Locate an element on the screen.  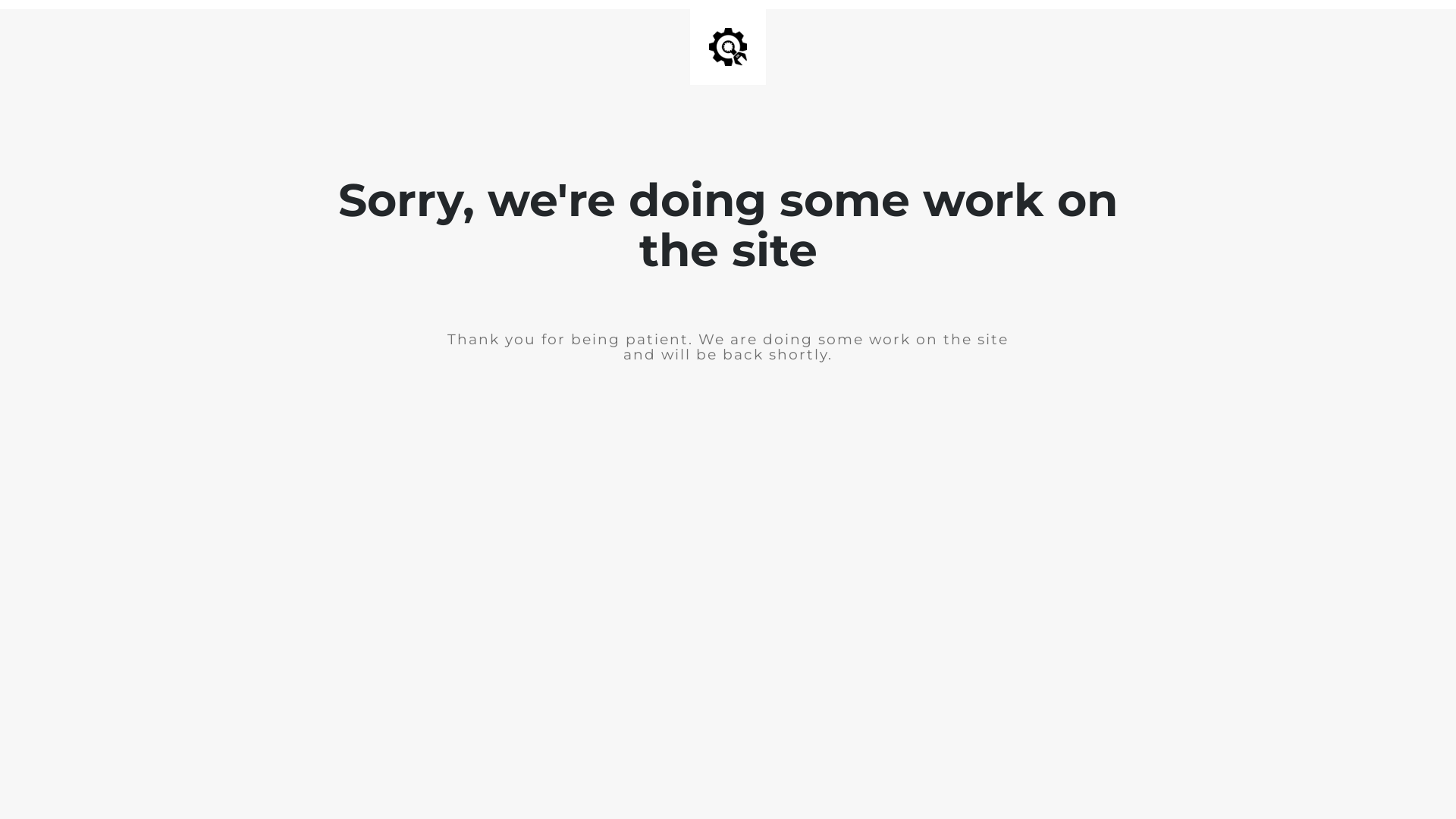
'Site is Under Construction' is located at coordinates (728, 45).